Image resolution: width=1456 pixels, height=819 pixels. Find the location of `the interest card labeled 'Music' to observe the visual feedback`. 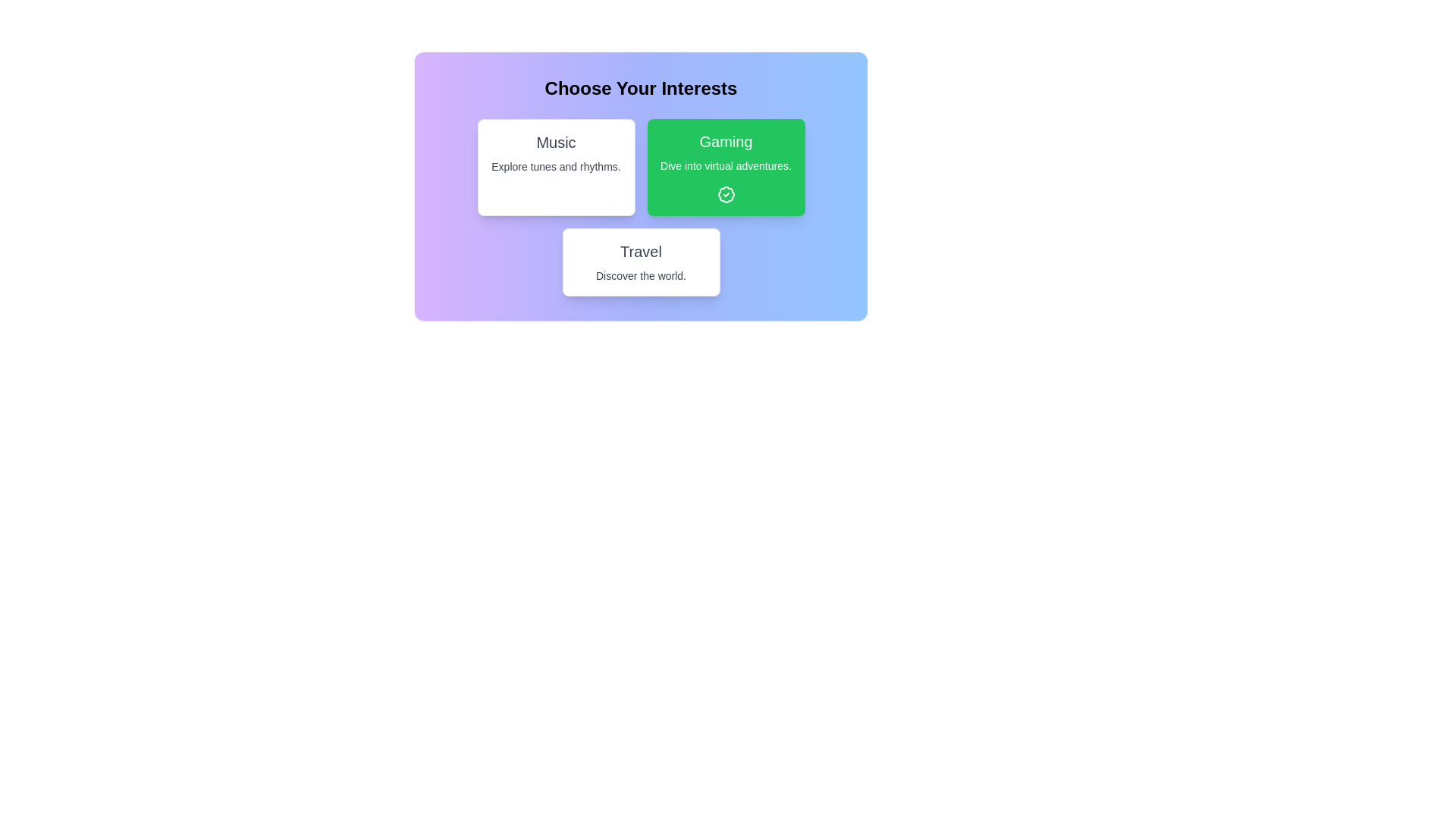

the interest card labeled 'Music' to observe the visual feedback is located at coordinates (555, 167).